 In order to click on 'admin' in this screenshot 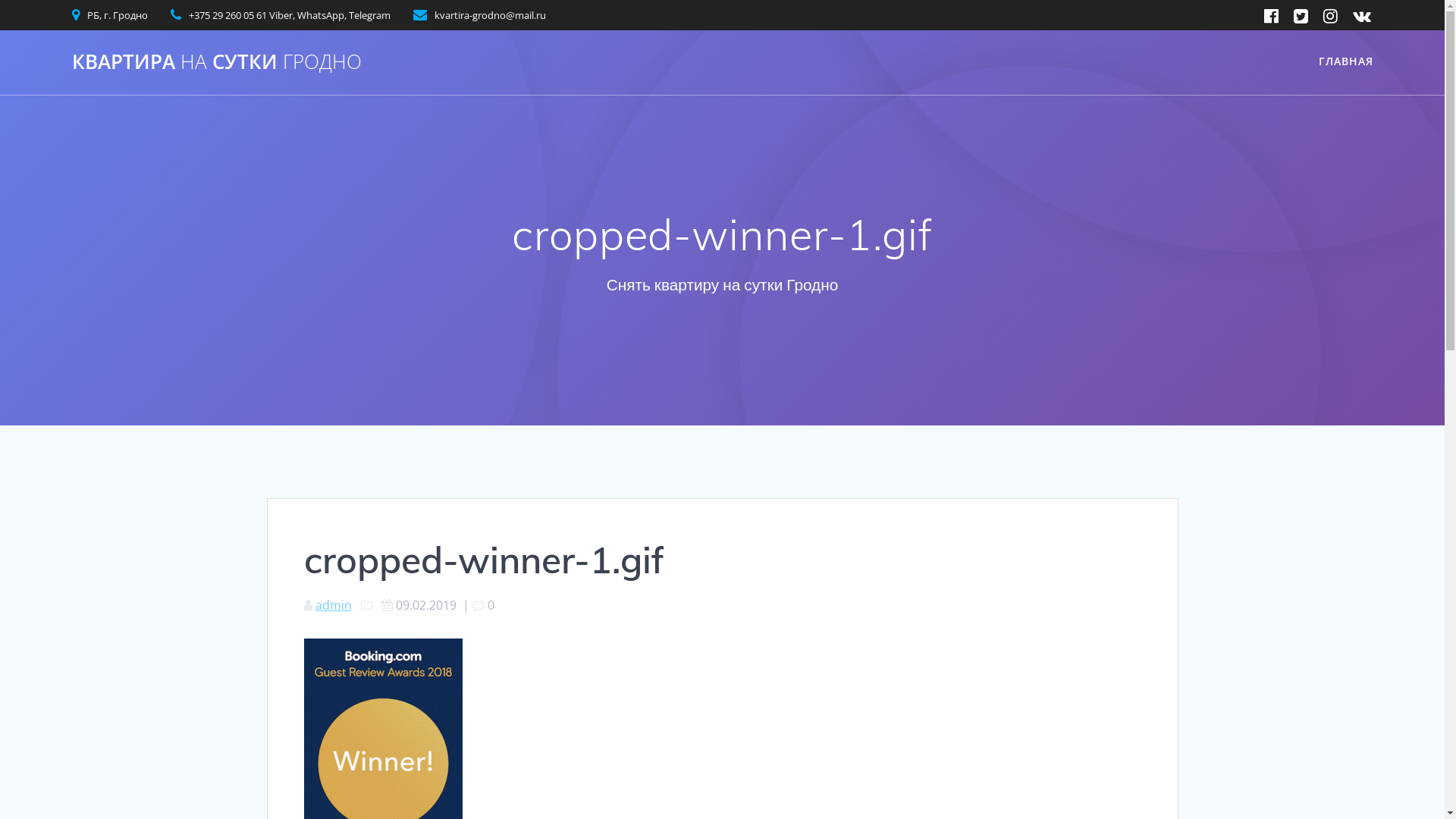, I will do `click(333, 604)`.